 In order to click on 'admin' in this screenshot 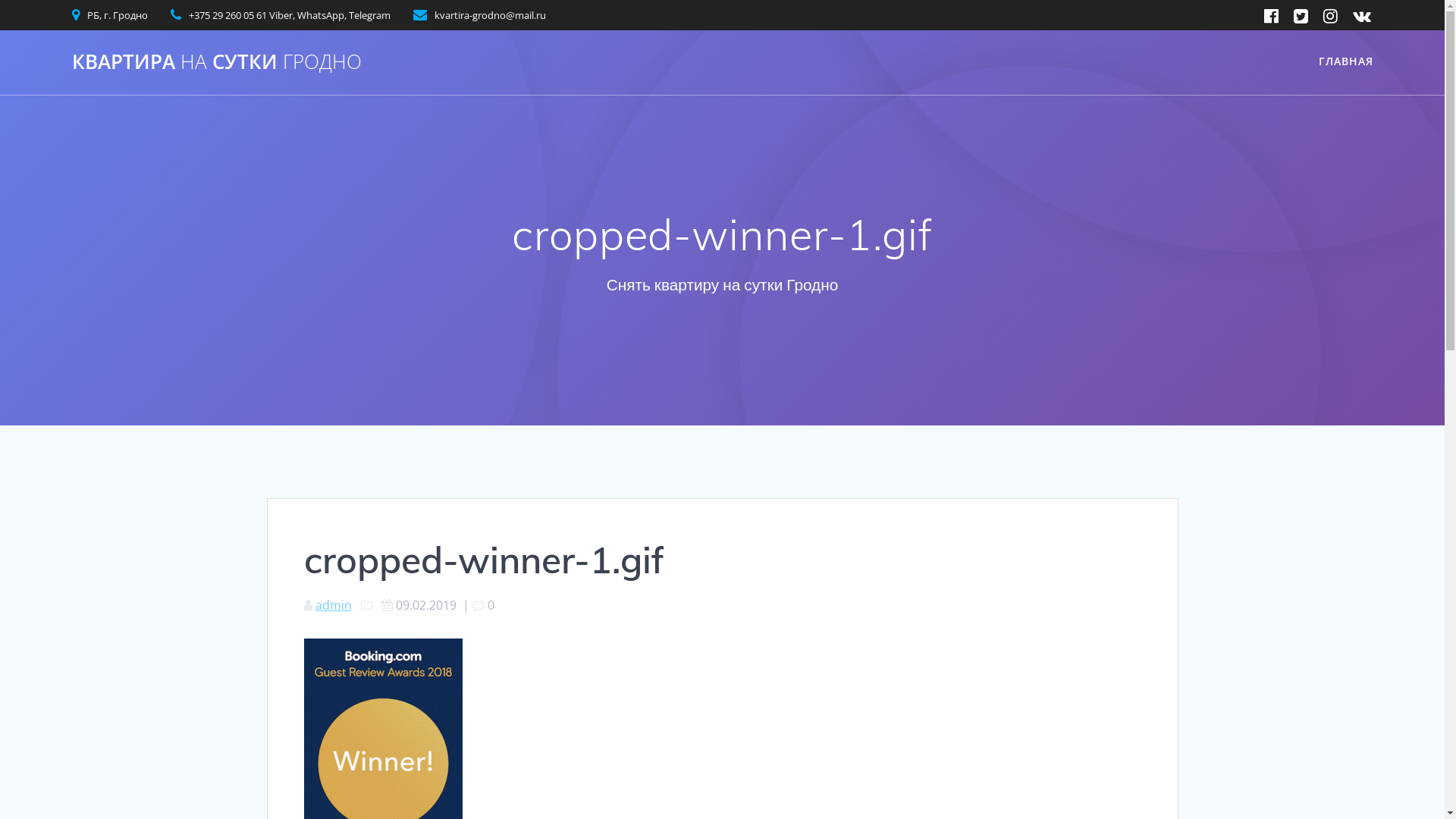, I will do `click(333, 604)`.